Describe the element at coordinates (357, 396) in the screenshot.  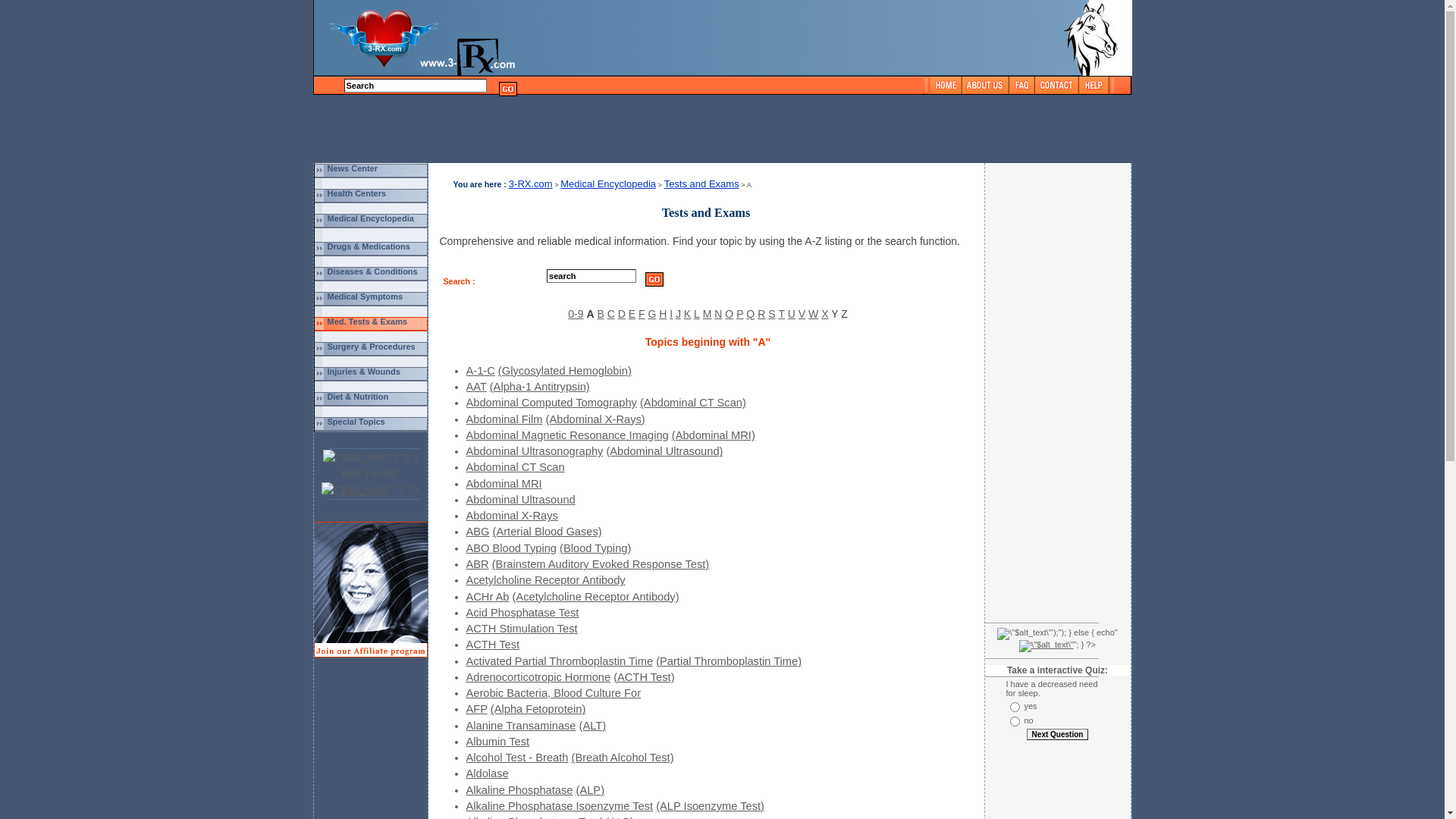
I see `'Diet & Nutrition'` at that location.